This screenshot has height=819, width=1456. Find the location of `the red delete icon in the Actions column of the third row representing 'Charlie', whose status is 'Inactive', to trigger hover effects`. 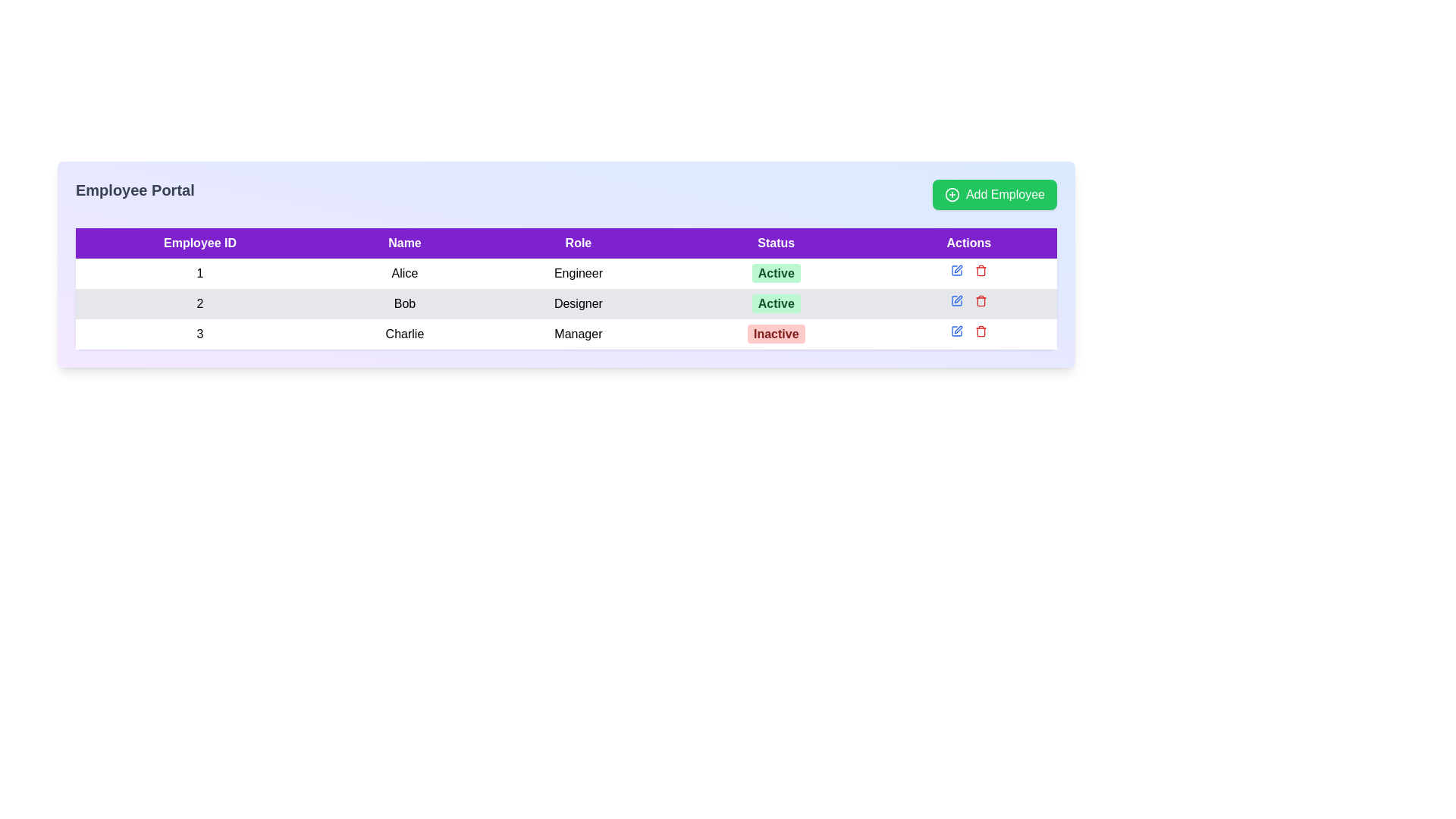

the red delete icon in the Actions column of the third row representing 'Charlie', whose status is 'Inactive', to trigger hover effects is located at coordinates (968, 330).